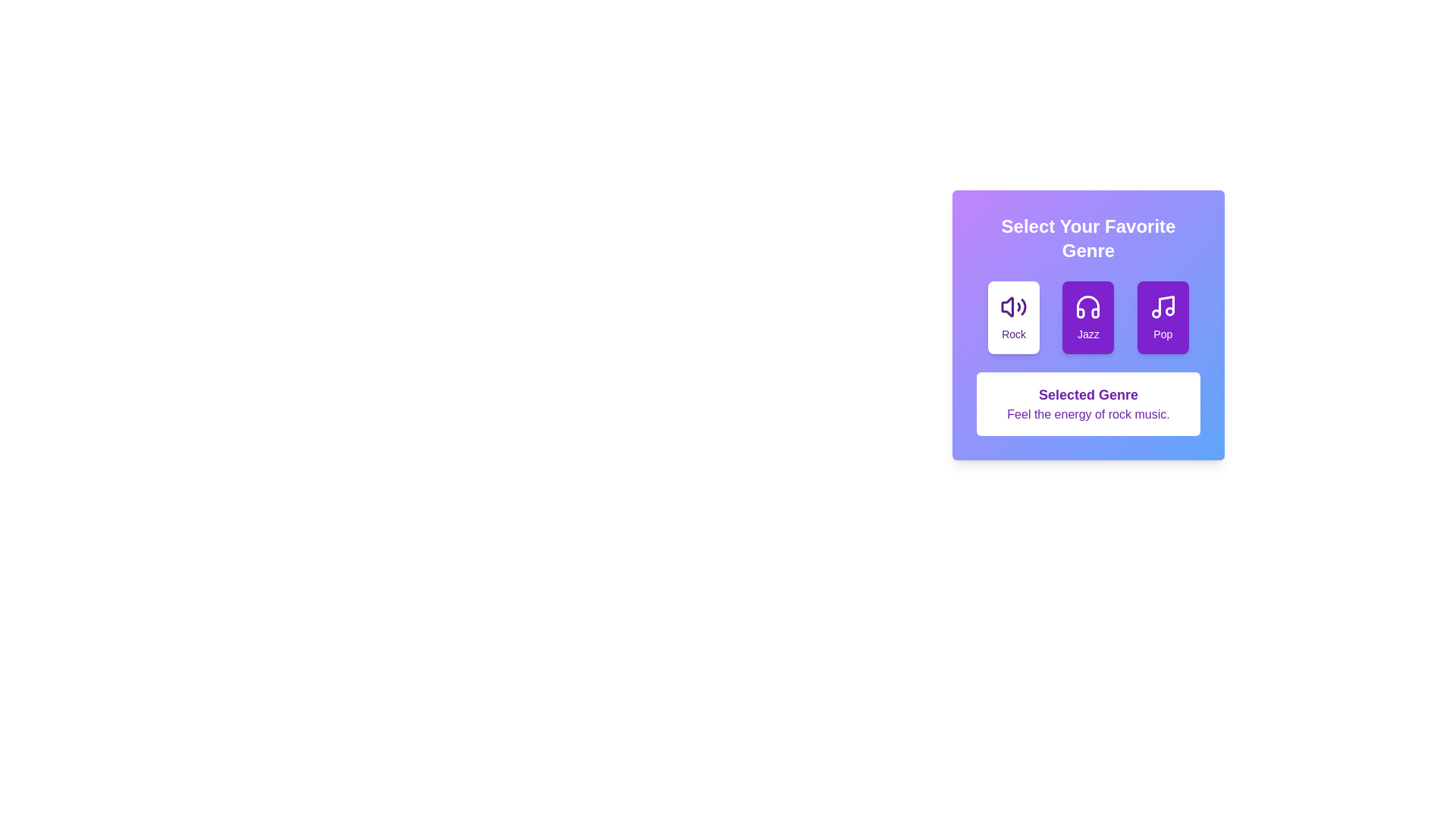  What do you see at coordinates (1014, 317) in the screenshot?
I see `the music genre by clicking on the button labeled Rock` at bounding box center [1014, 317].